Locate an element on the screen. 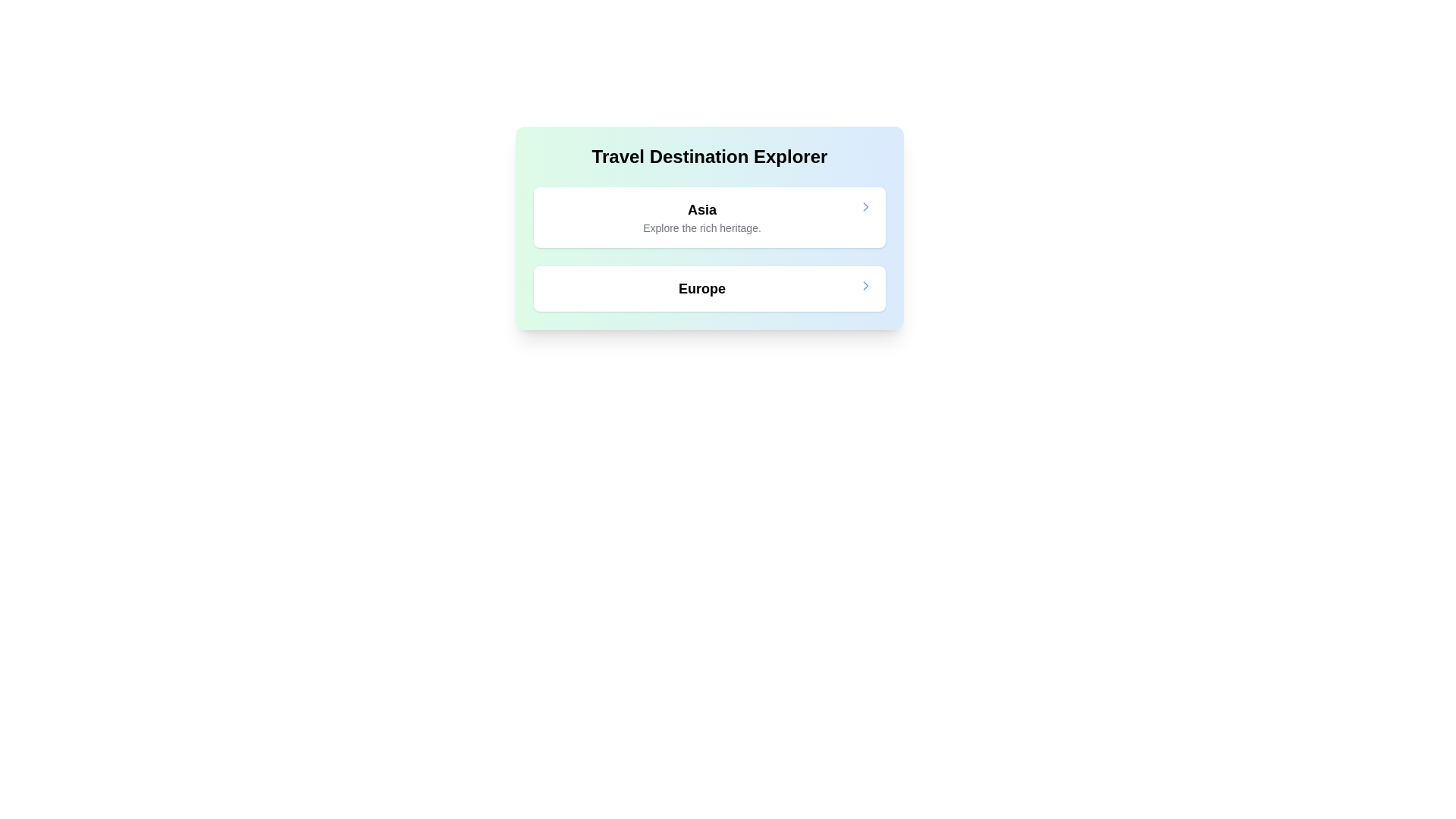 The image size is (1456, 819). the surrounding block associated with the forward navigation icon located at the right-end side of the 'Asia' block is located at coordinates (866, 207).